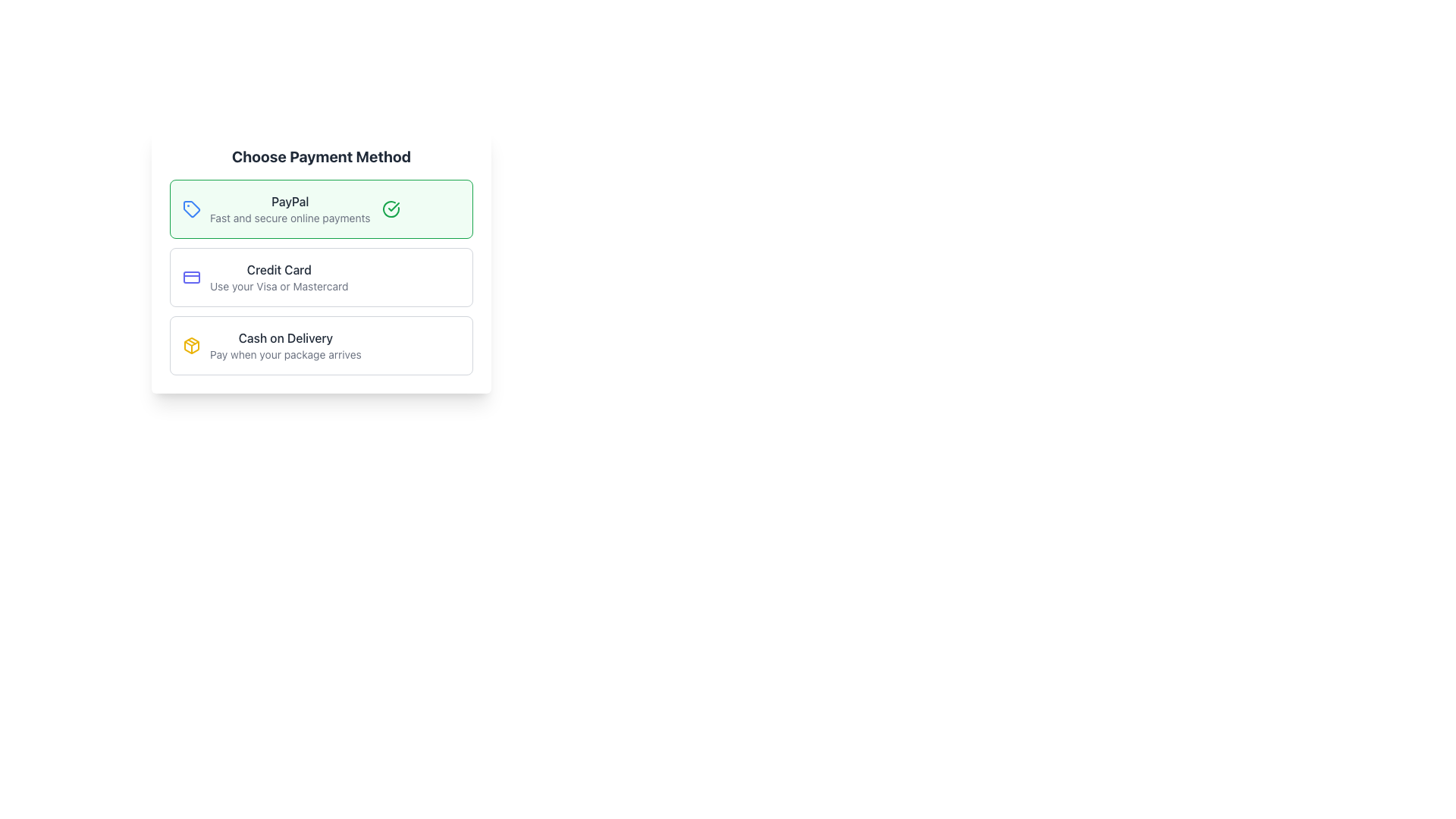 The width and height of the screenshot is (1456, 819). What do you see at coordinates (191, 209) in the screenshot?
I see `the blue outlined tag icon located to the left of the 'PayPal' text within the green highlighted section for selecting the PayPal payment method` at bounding box center [191, 209].